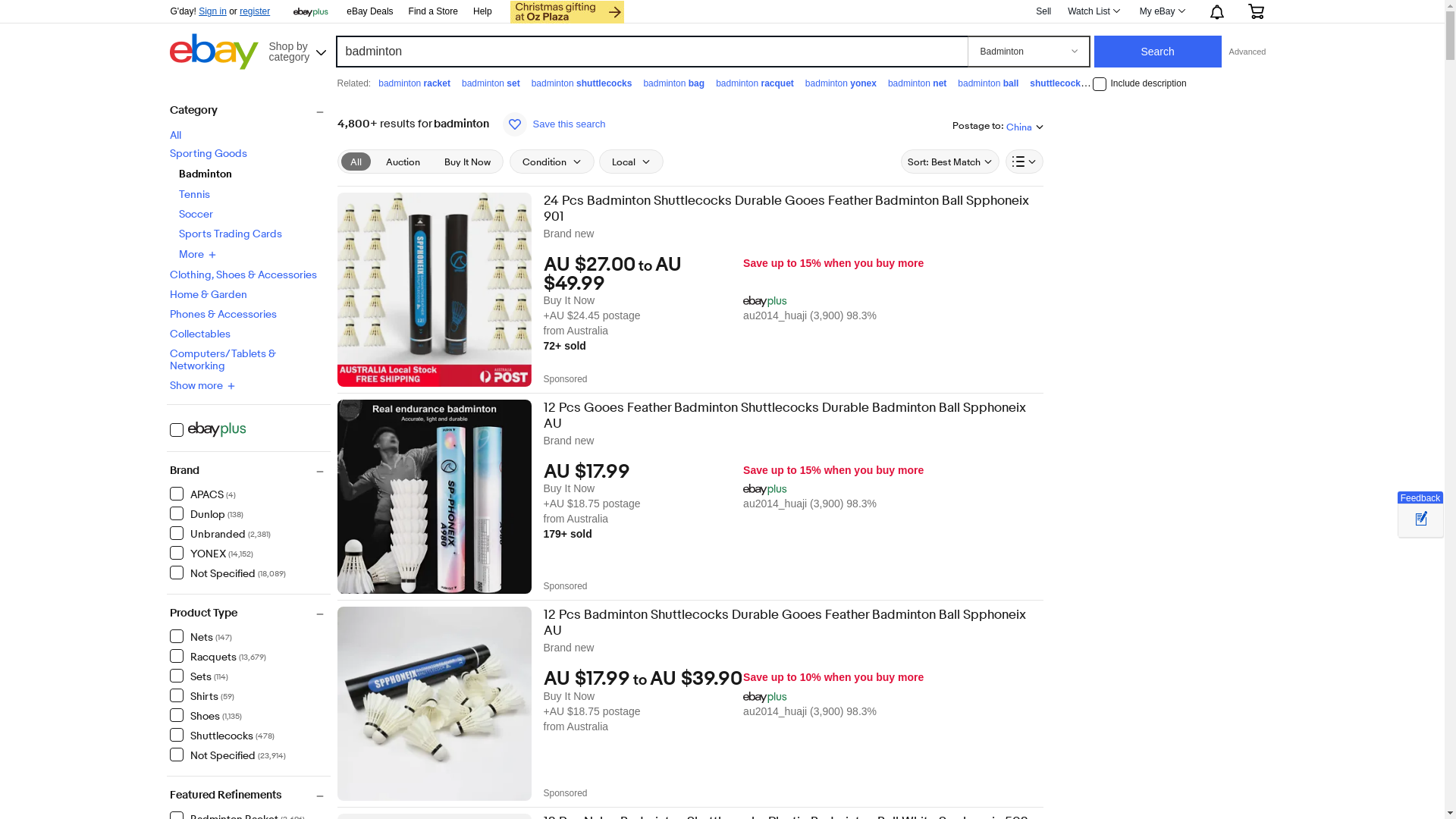 The image size is (1456, 819). What do you see at coordinates (199, 332) in the screenshot?
I see `'Collectables'` at bounding box center [199, 332].